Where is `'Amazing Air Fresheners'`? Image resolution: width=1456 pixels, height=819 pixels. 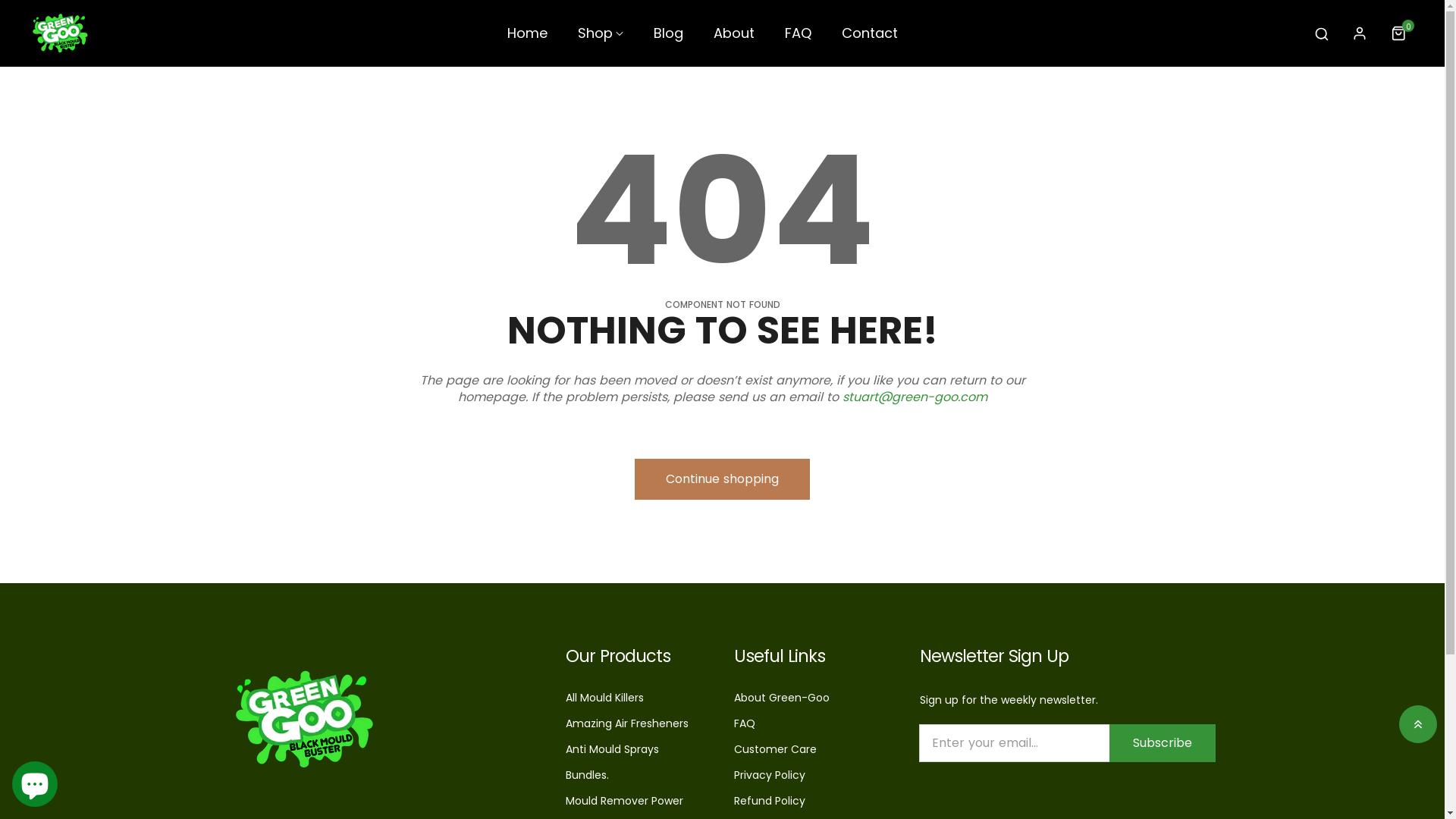
'Amazing Air Fresheners' is located at coordinates (626, 722).